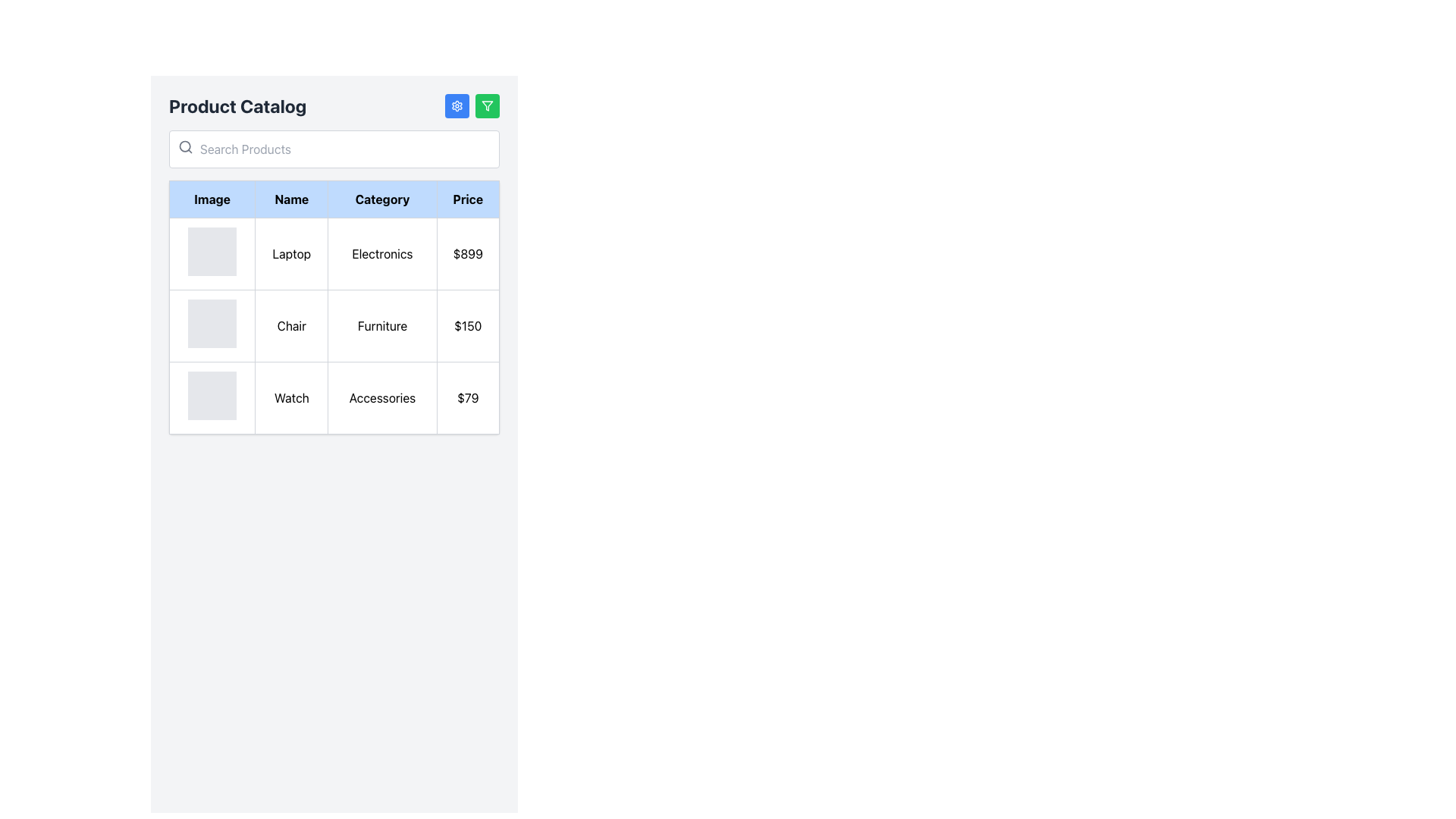 The height and width of the screenshot is (819, 1456). I want to click on the settings button located in the top-right corner above the 'Product Catalog' table, so click(457, 105).